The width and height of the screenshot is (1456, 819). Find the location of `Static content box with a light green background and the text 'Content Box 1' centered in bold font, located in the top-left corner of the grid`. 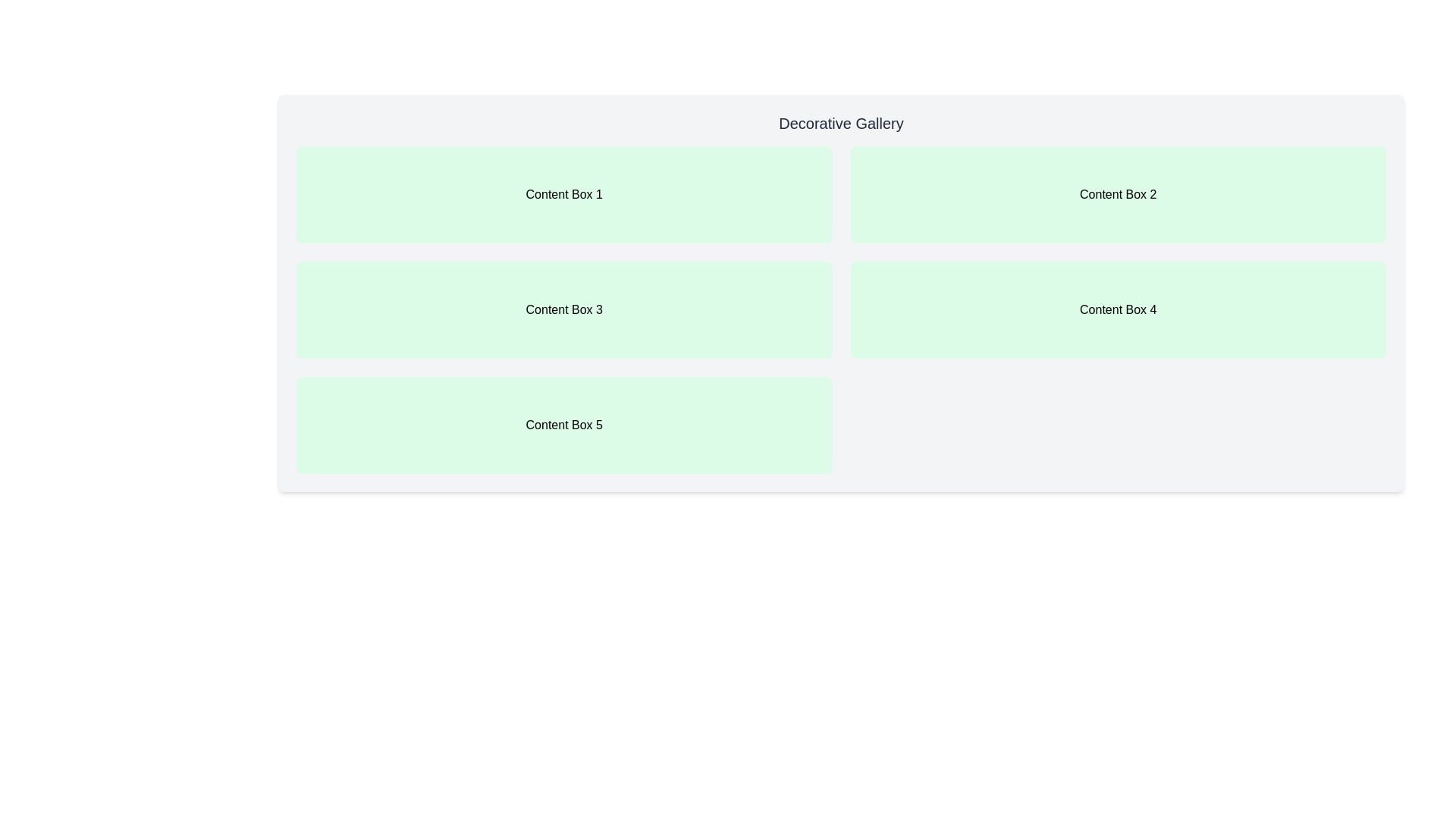

Static content box with a light green background and the text 'Content Box 1' centered in bold font, located in the top-left corner of the grid is located at coordinates (563, 194).